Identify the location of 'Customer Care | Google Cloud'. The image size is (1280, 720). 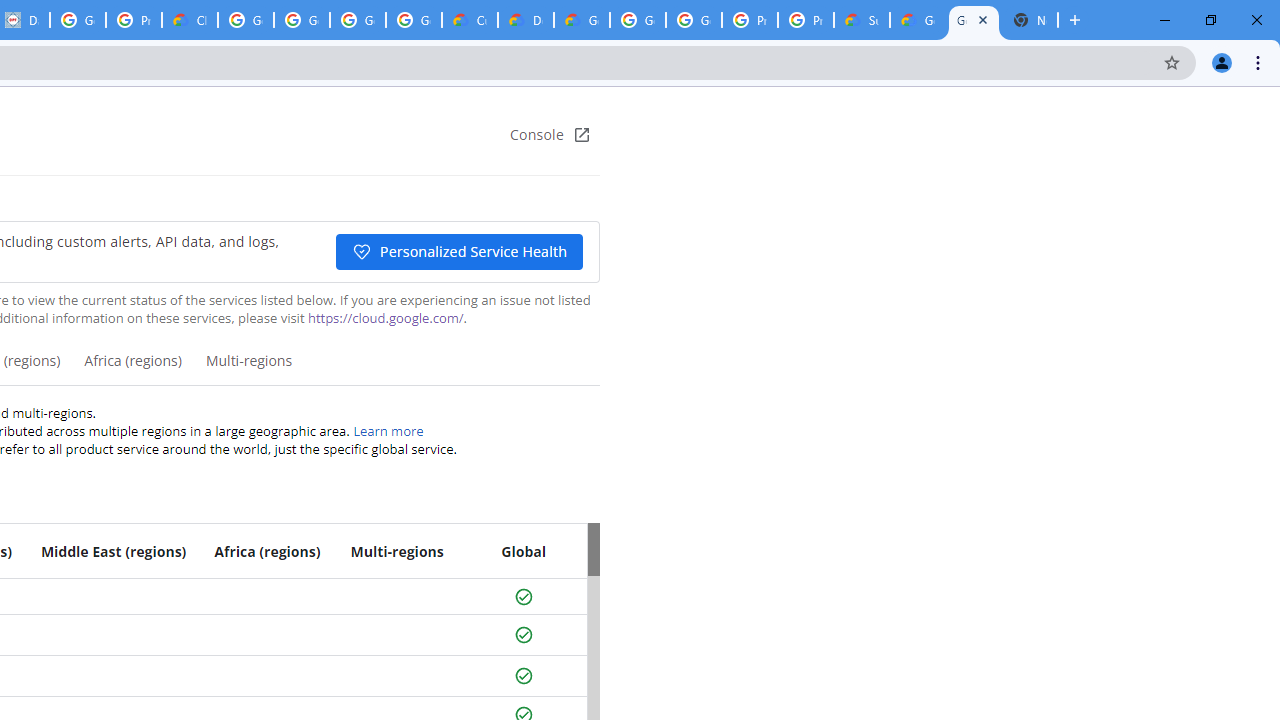
(468, 20).